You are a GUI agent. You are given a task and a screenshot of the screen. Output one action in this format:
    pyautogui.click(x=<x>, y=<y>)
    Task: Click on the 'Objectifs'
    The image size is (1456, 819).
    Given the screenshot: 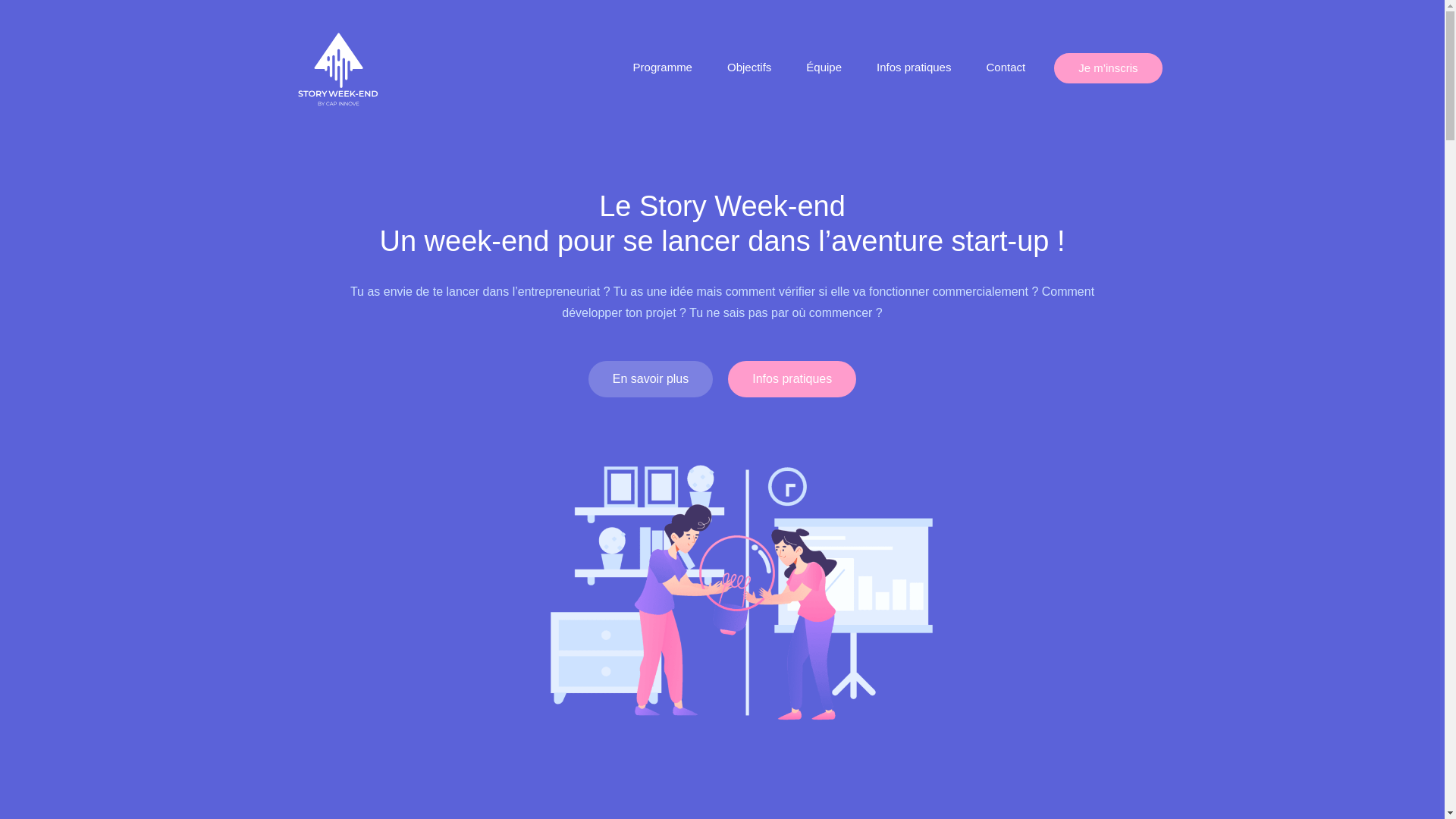 What is the action you would take?
    pyautogui.click(x=720, y=67)
    